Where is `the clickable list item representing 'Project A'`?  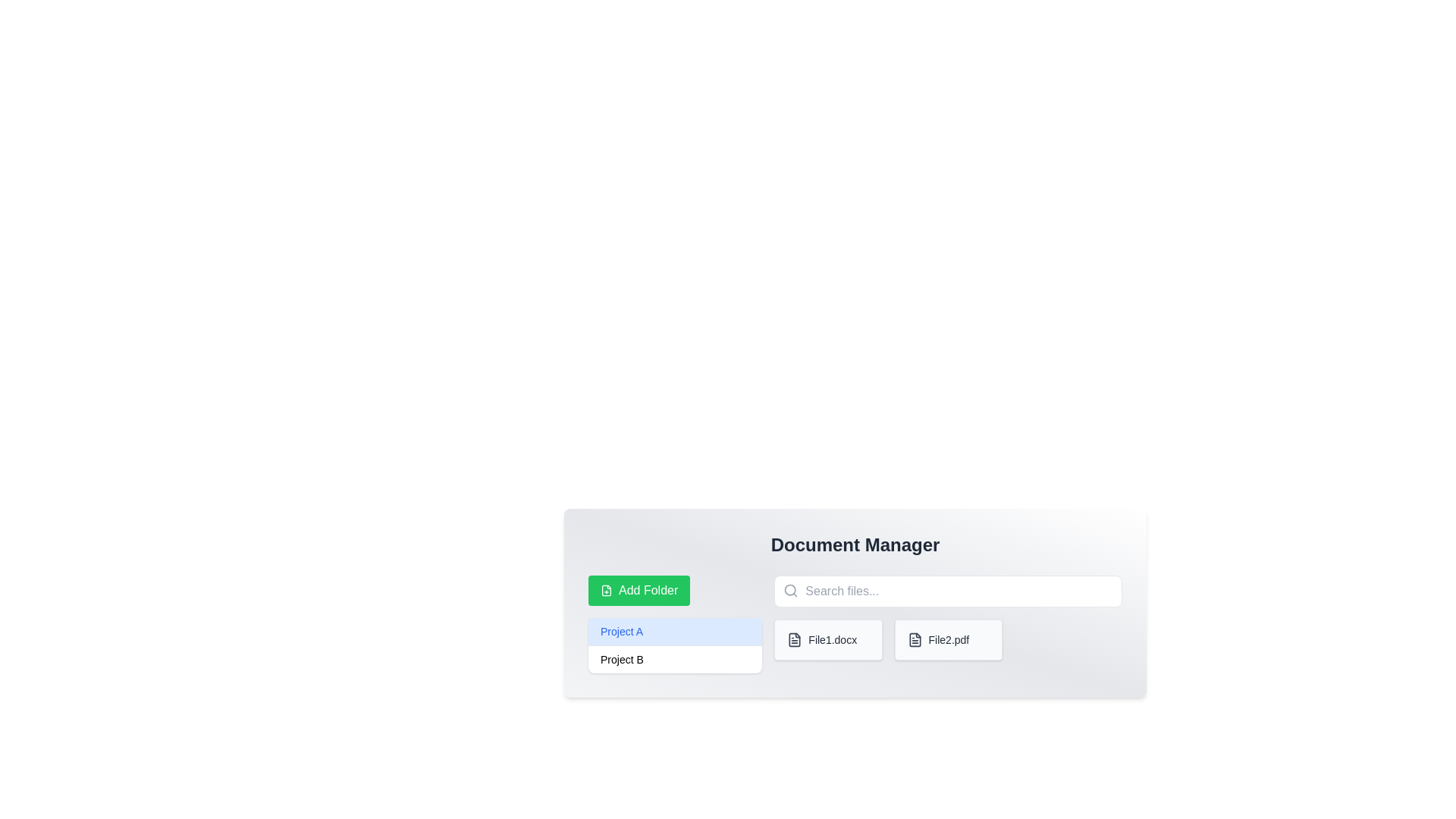 the clickable list item representing 'Project A' is located at coordinates (674, 632).